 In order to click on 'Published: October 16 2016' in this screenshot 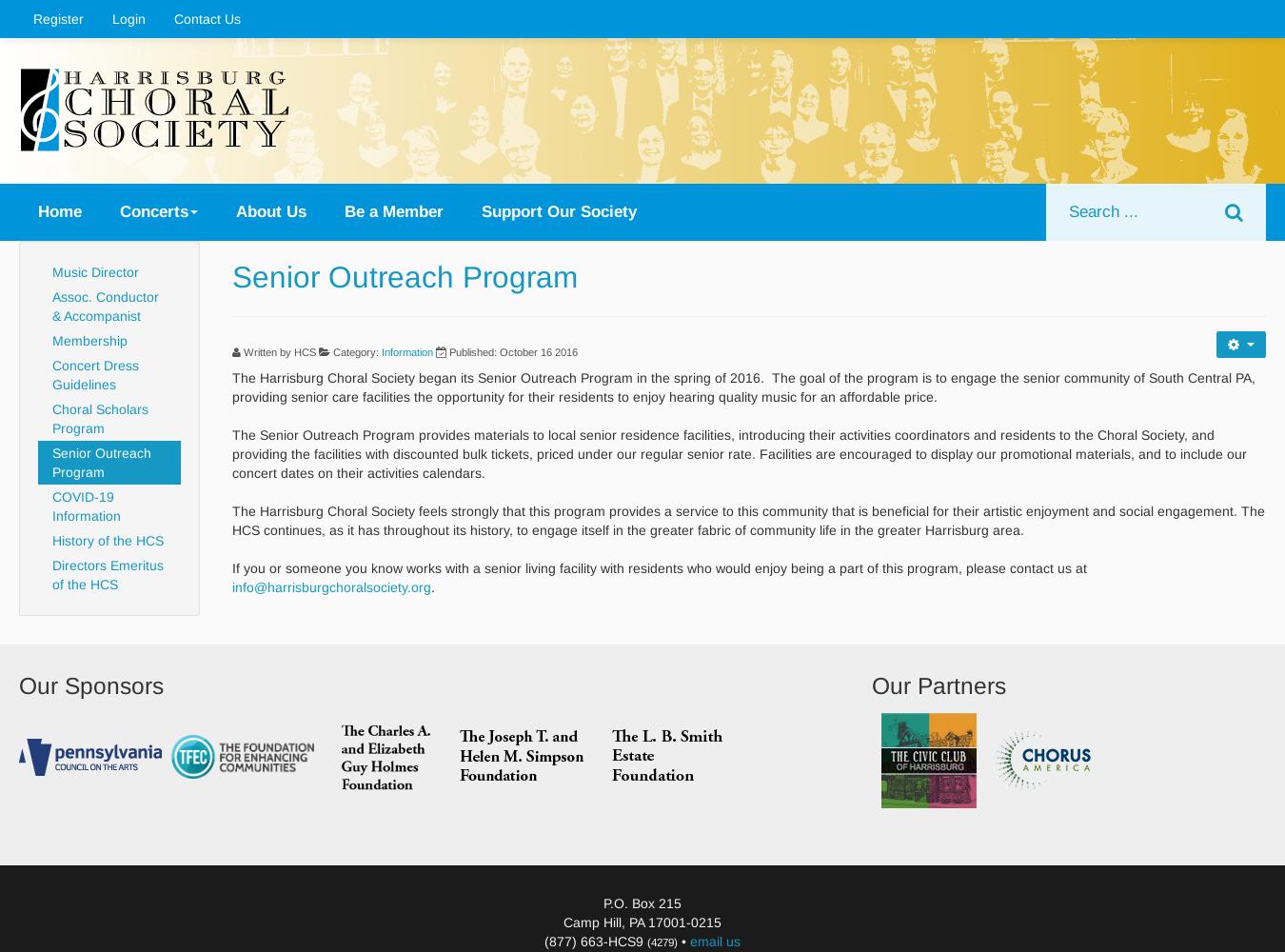, I will do `click(511, 351)`.